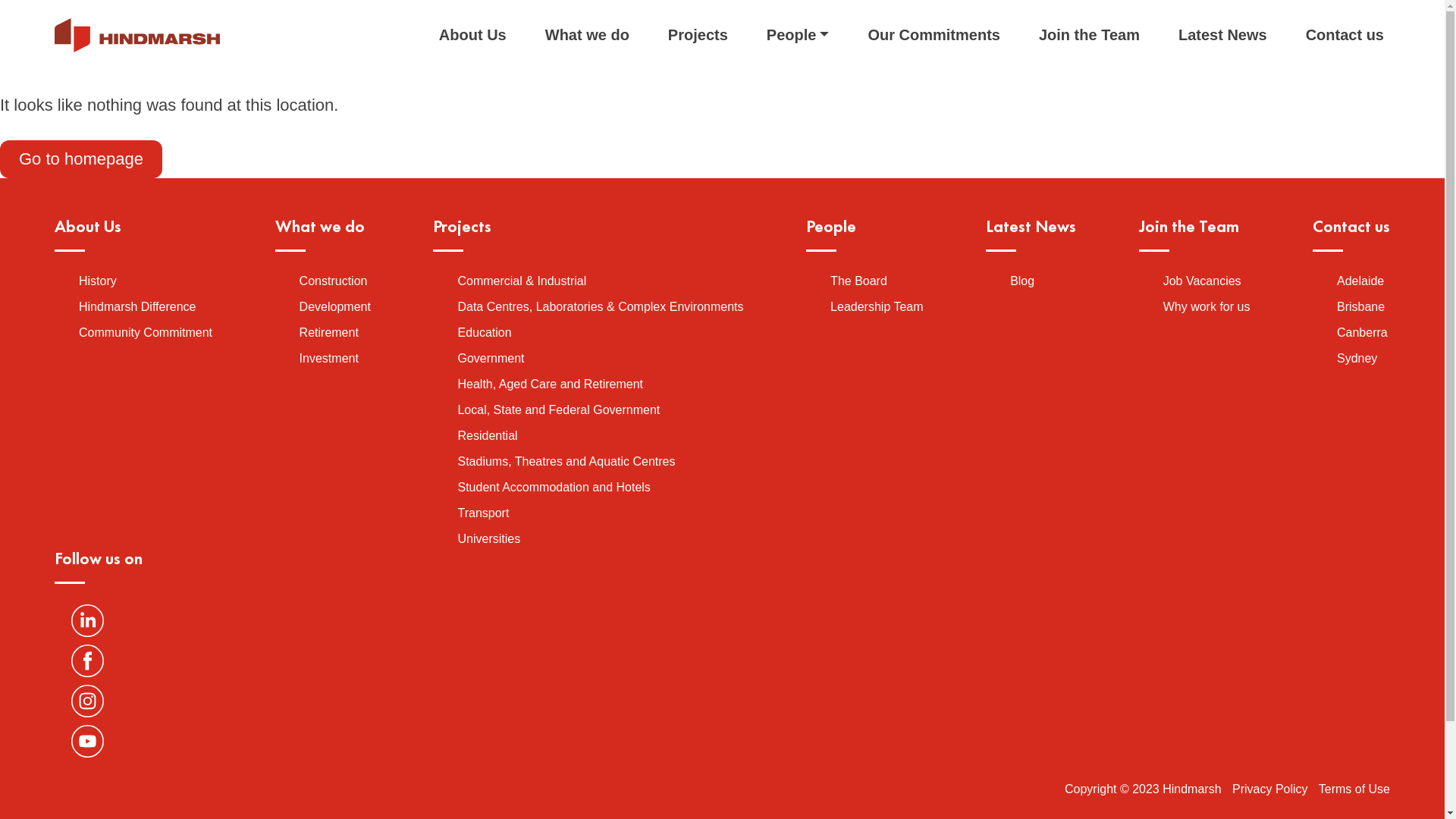 The height and width of the screenshot is (819, 1456). What do you see at coordinates (1201, 281) in the screenshot?
I see `'Job Vacancies'` at bounding box center [1201, 281].